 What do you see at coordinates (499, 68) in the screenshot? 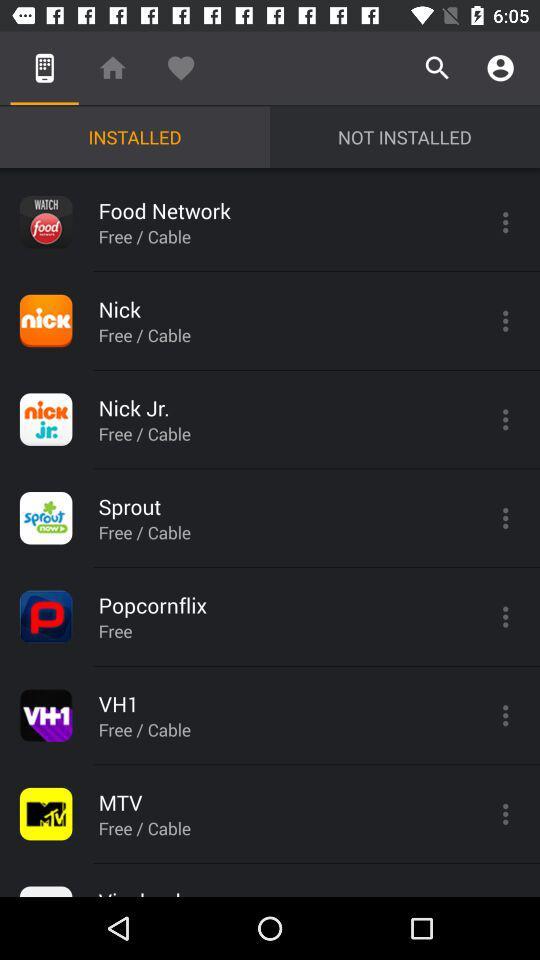
I see `the icon above not installed` at bounding box center [499, 68].